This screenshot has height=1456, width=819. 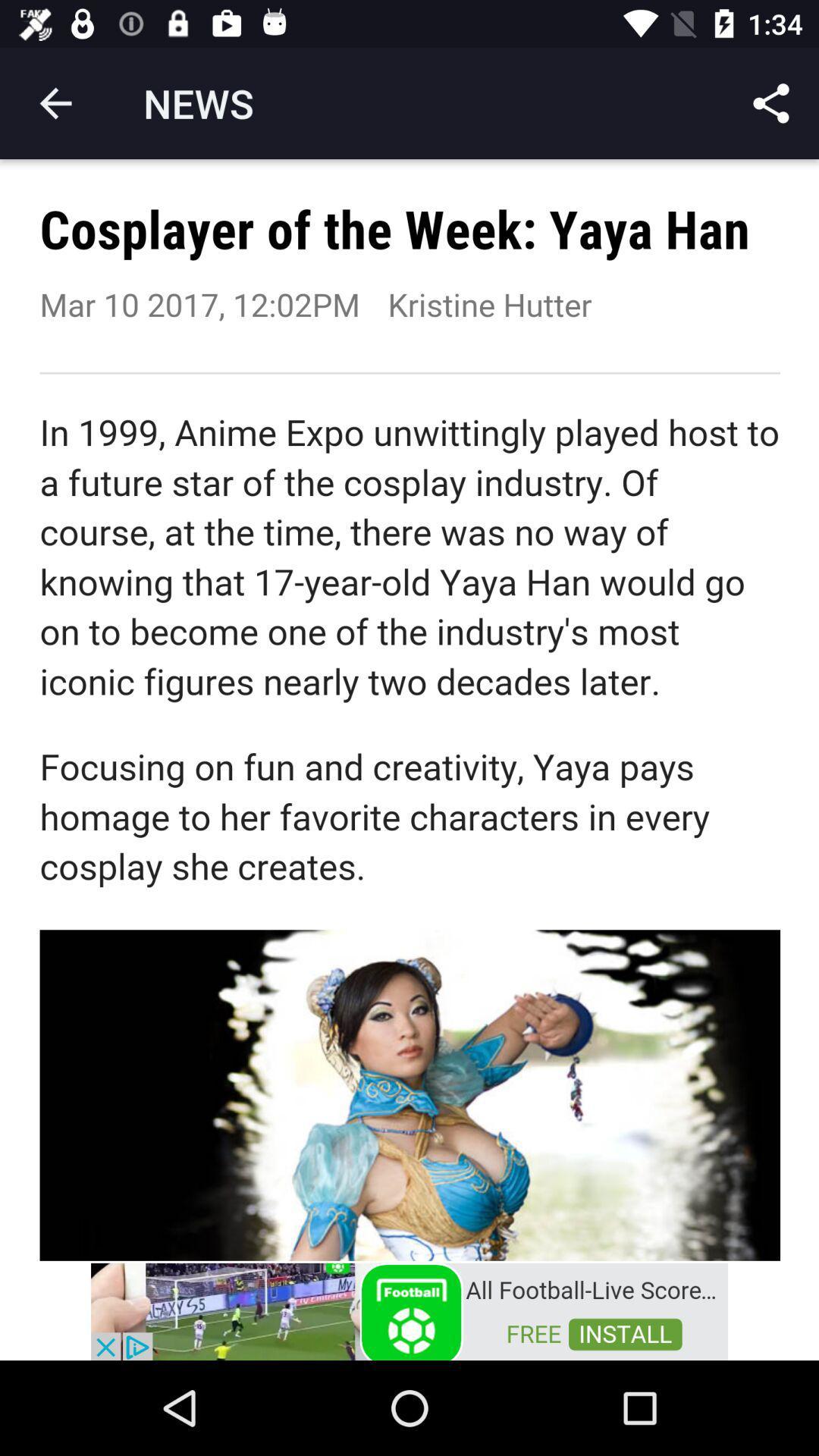 I want to click on news panel, so click(x=409, y=709).